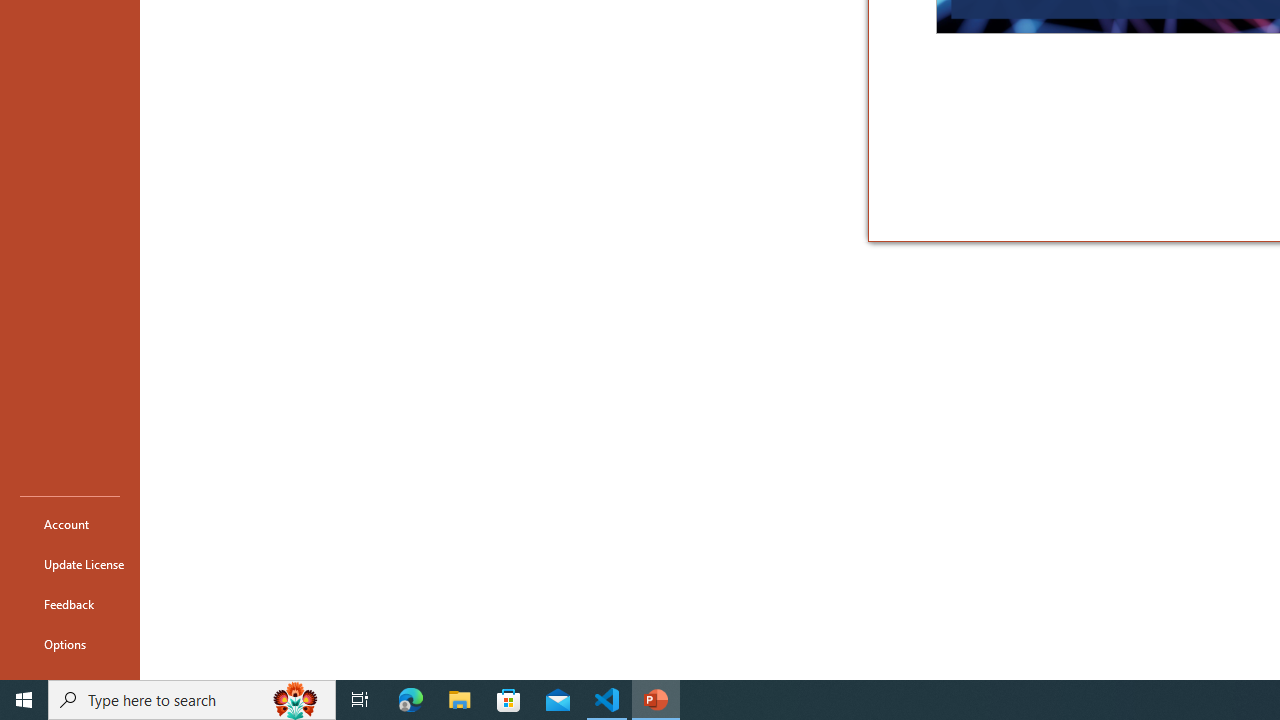 The height and width of the screenshot is (720, 1280). What do you see at coordinates (69, 603) in the screenshot?
I see `'Feedback'` at bounding box center [69, 603].